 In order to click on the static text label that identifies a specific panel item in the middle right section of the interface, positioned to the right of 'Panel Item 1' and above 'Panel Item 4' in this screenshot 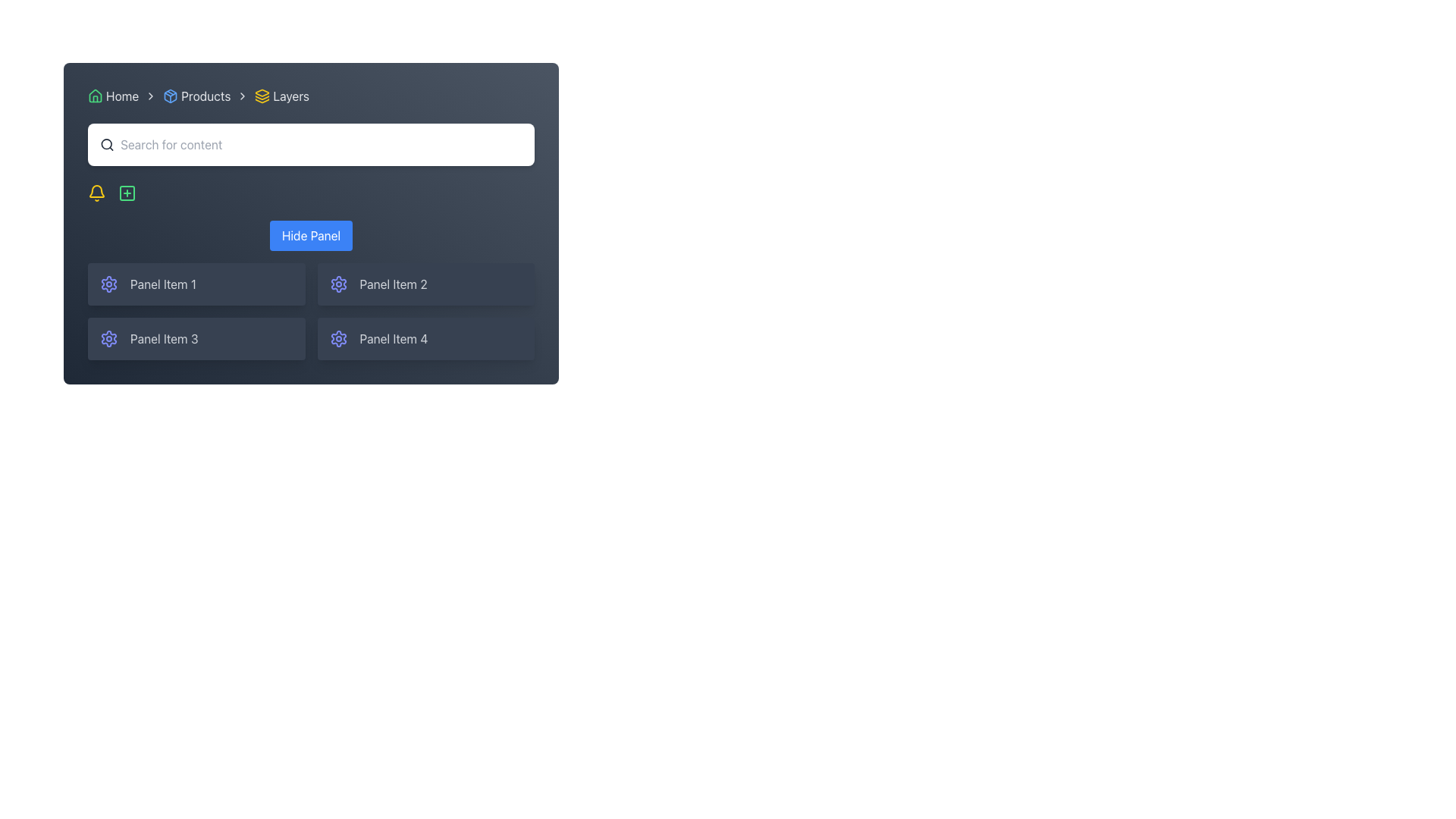, I will do `click(394, 284)`.